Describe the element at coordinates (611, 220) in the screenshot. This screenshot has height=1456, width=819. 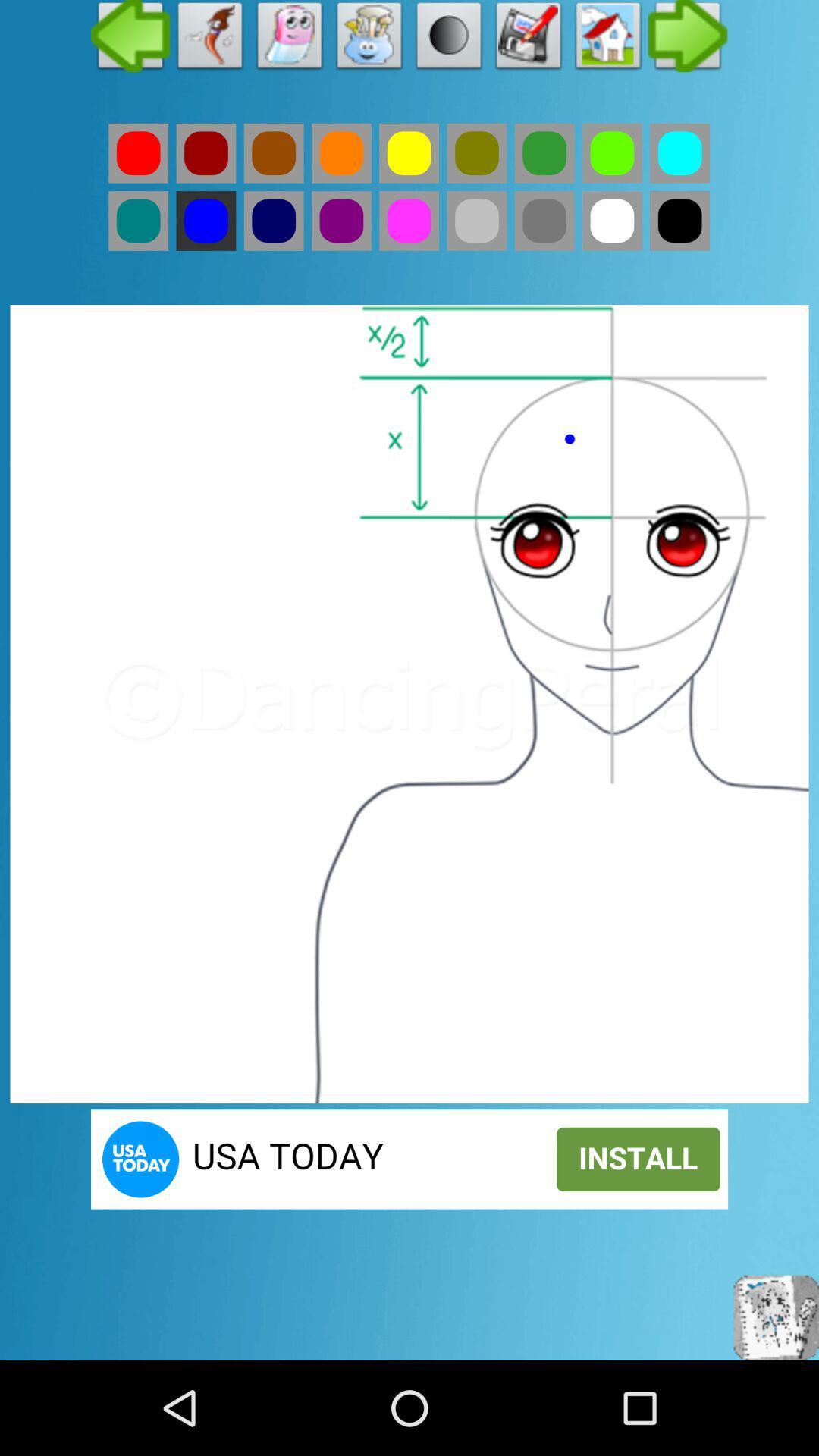
I see `white color` at that location.